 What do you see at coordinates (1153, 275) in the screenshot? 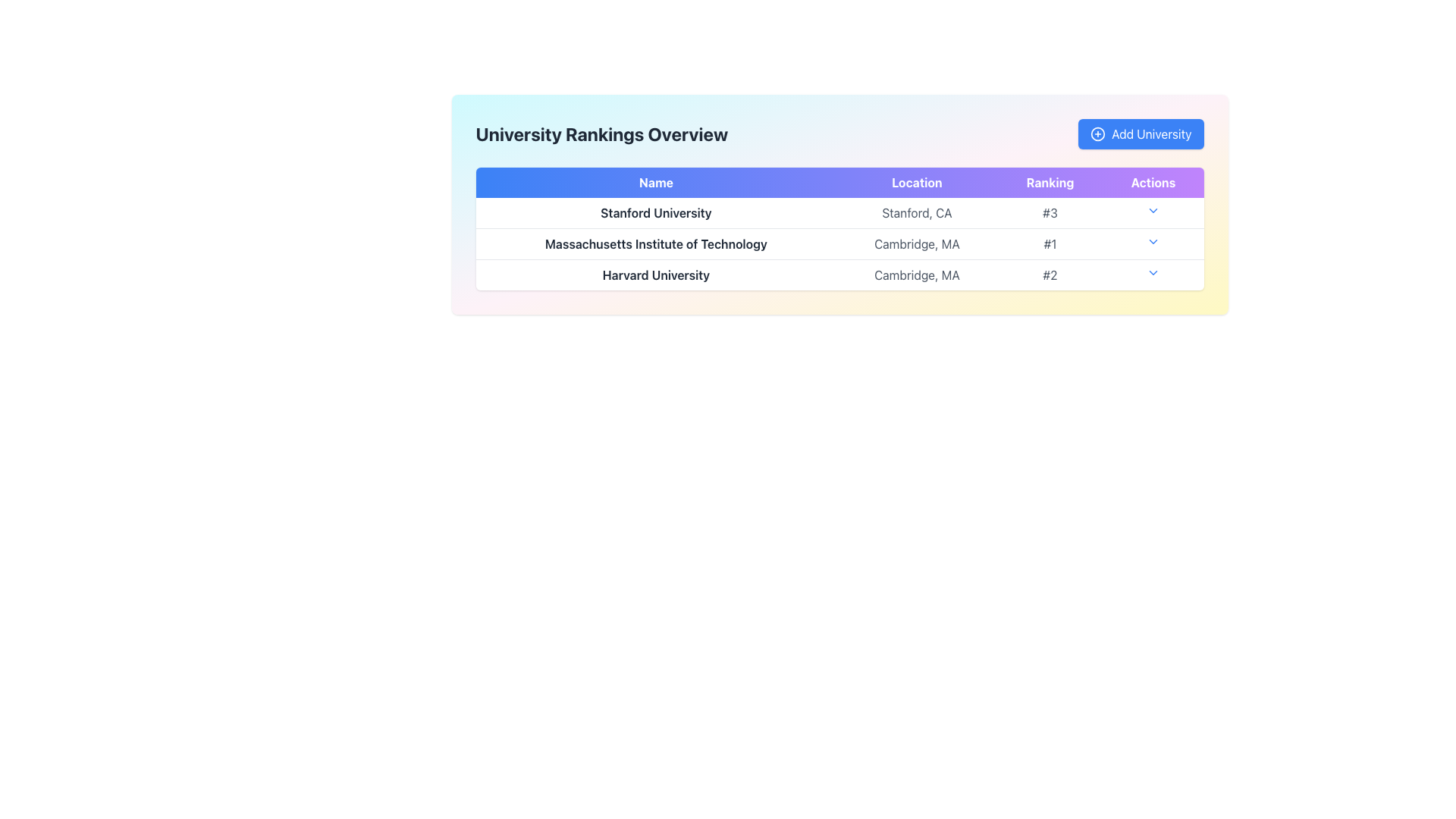
I see `the Dropdown Toggle Icon for the 'Harvard University' row` at bounding box center [1153, 275].